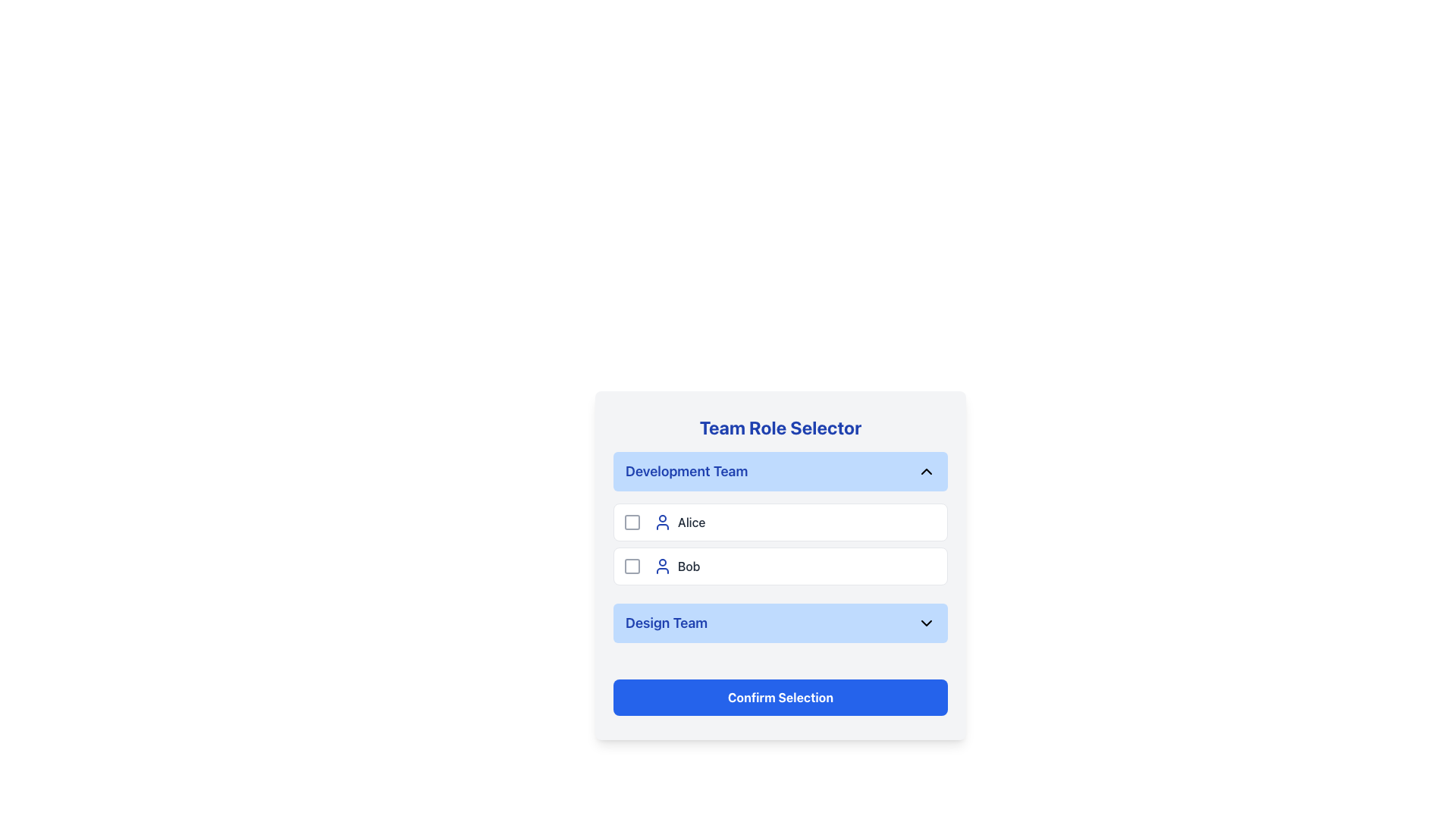 The image size is (1456, 819). Describe the element at coordinates (780, 566) in the screenshot. I see `the second list item with an interactive checkbox in the 'Development Team' section` at that location.